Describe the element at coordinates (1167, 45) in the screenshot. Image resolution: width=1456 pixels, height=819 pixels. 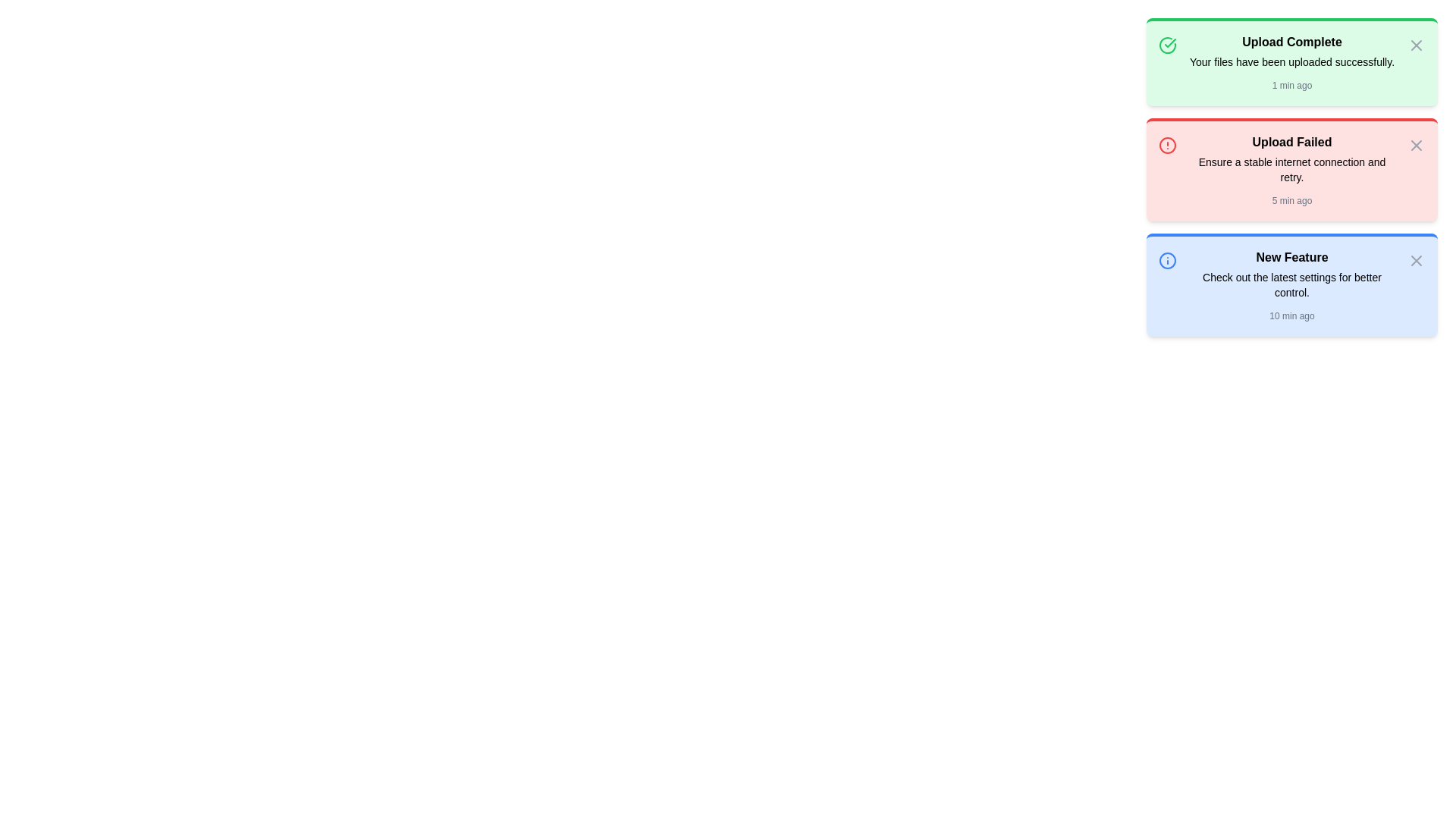
I see `the success icon in the top left corner of the green notification panel labeled 'Upload Complete', which is associated with confirming completion of tasks` at that location.